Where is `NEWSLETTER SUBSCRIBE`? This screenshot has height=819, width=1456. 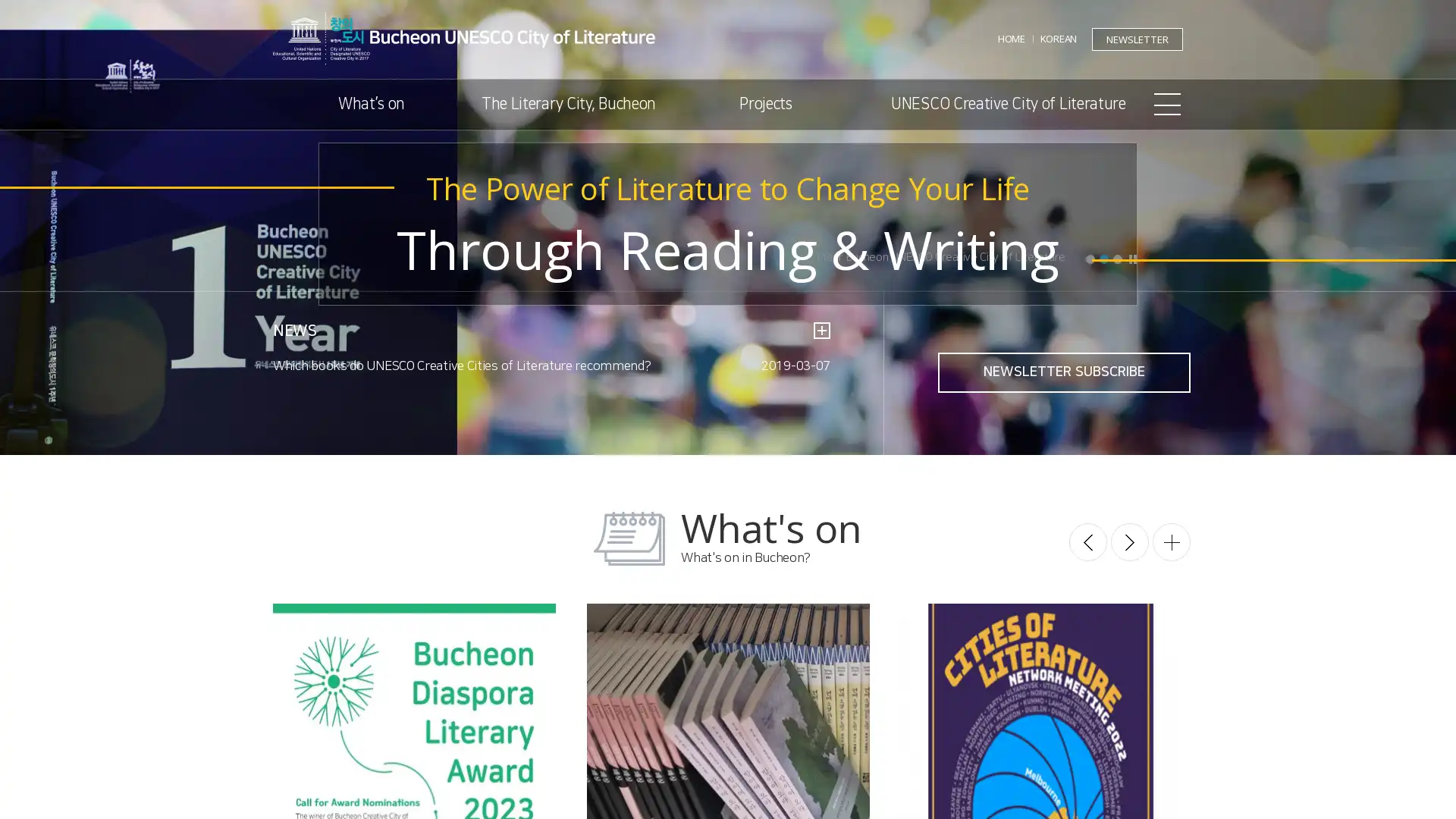 NEWSLETTER SUBSCRIBE is located at coordinates (1063, 372).